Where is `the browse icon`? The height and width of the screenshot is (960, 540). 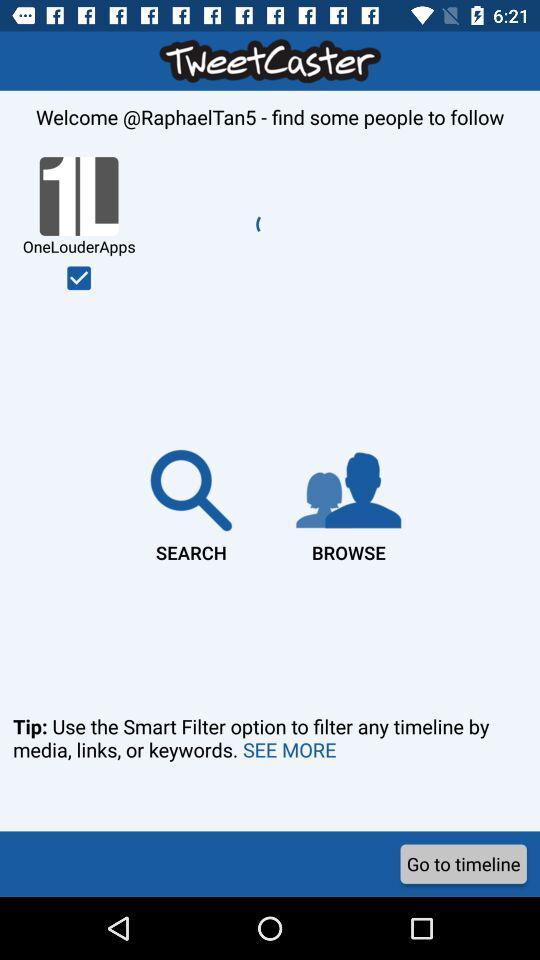 the browse icon is located at coordinates (347, 501).